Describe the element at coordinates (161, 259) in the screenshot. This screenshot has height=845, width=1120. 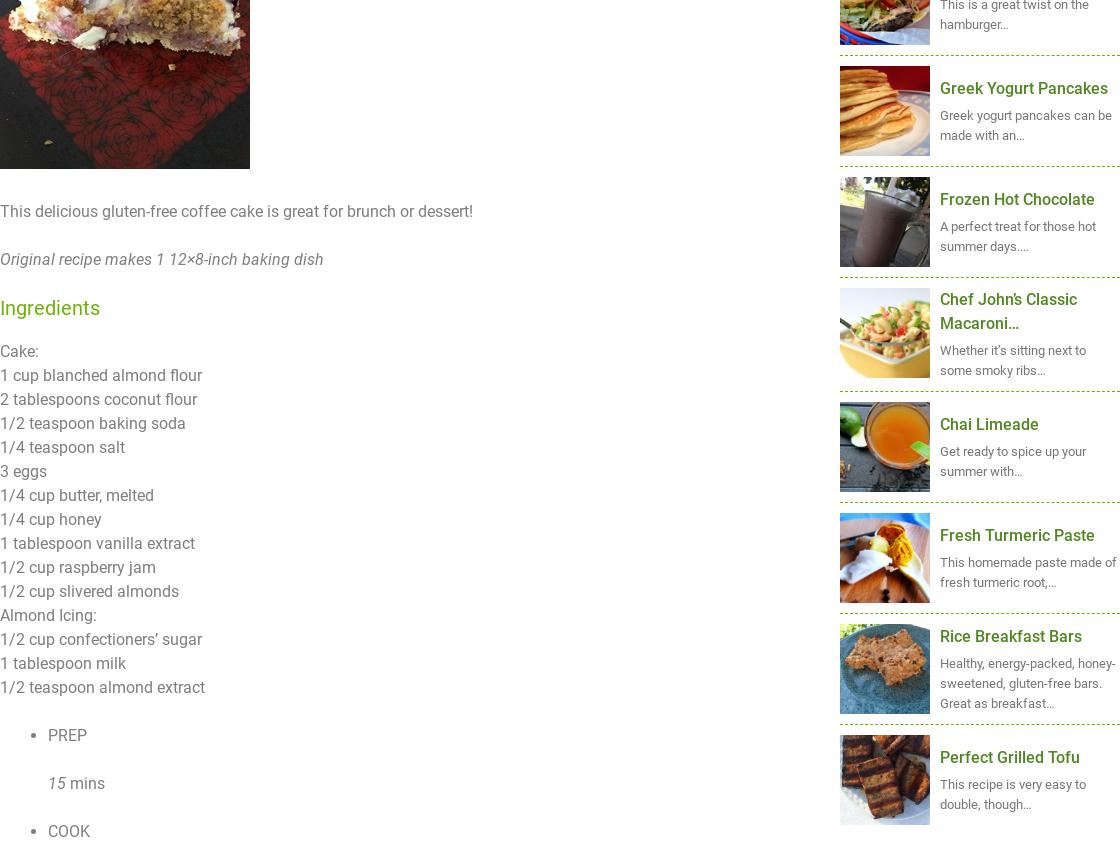
I see `'Original recipe makes 1 12×8-inch baking dish'` at that location.